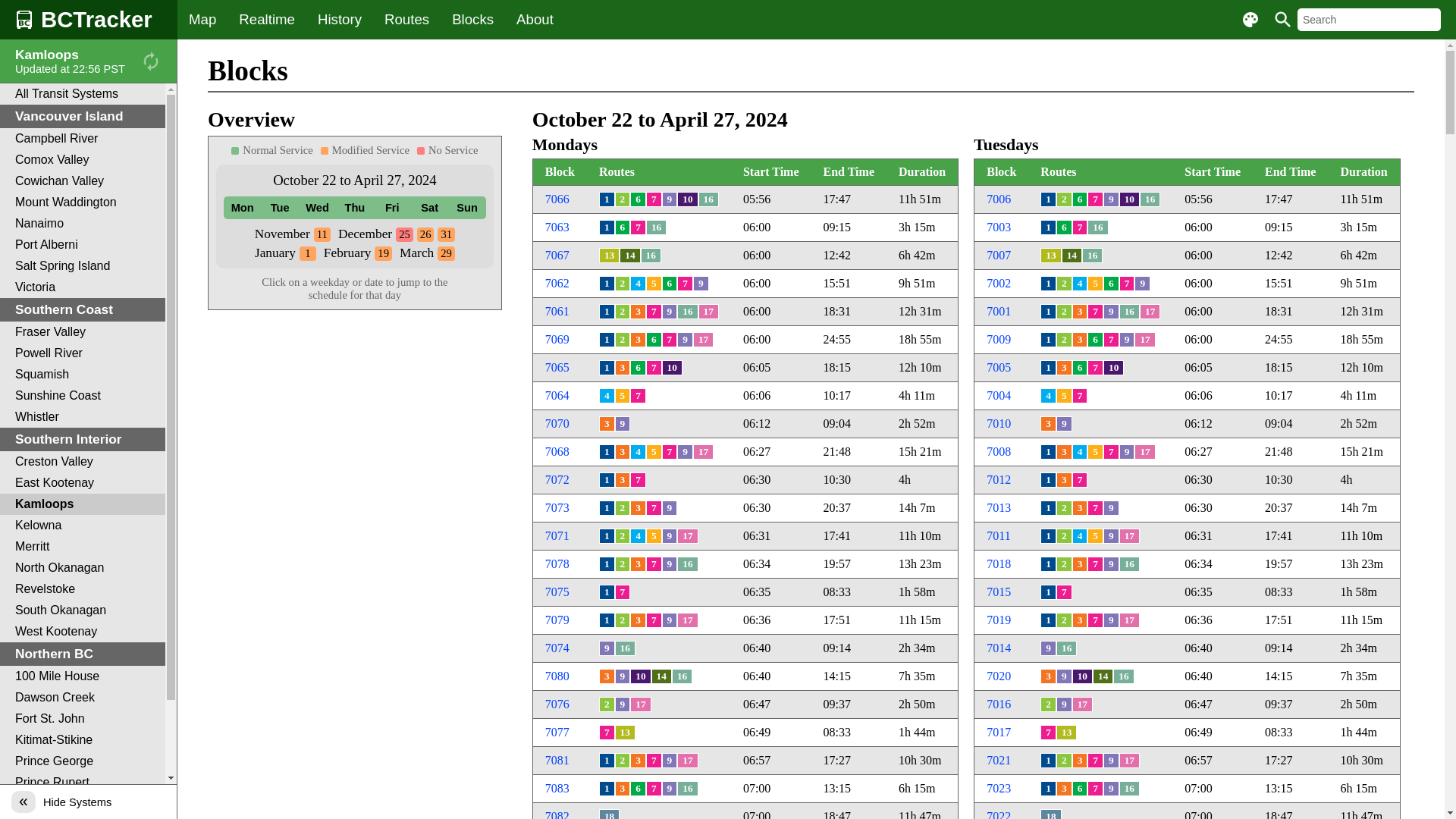  What do you see at coordinates (0, 93) in the screenshot?
I see `'All Transit Systems'` at bounding box center [0, 93].